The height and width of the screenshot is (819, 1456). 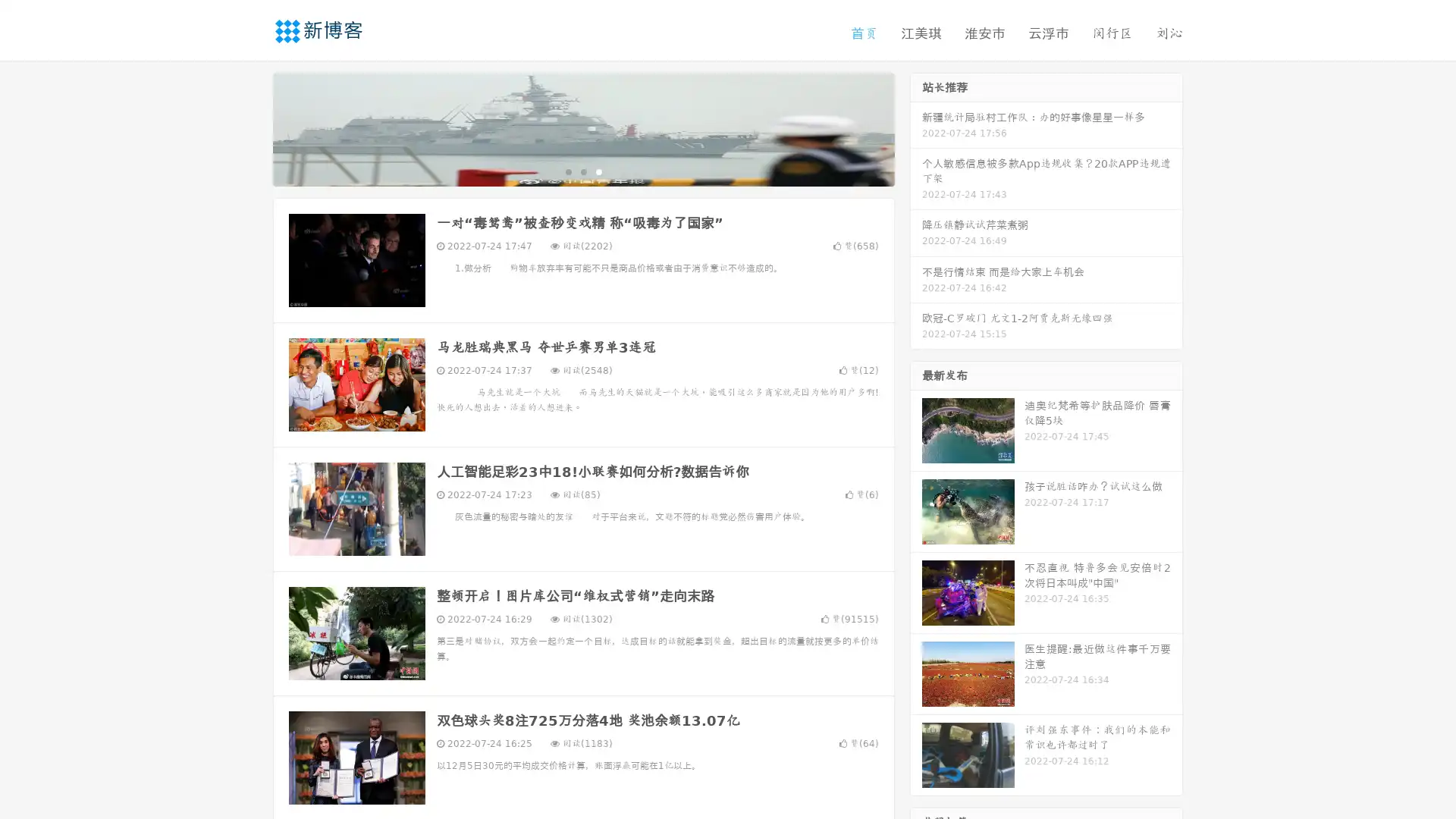 I want to click on Previous slide, so click(x=250, y=127).